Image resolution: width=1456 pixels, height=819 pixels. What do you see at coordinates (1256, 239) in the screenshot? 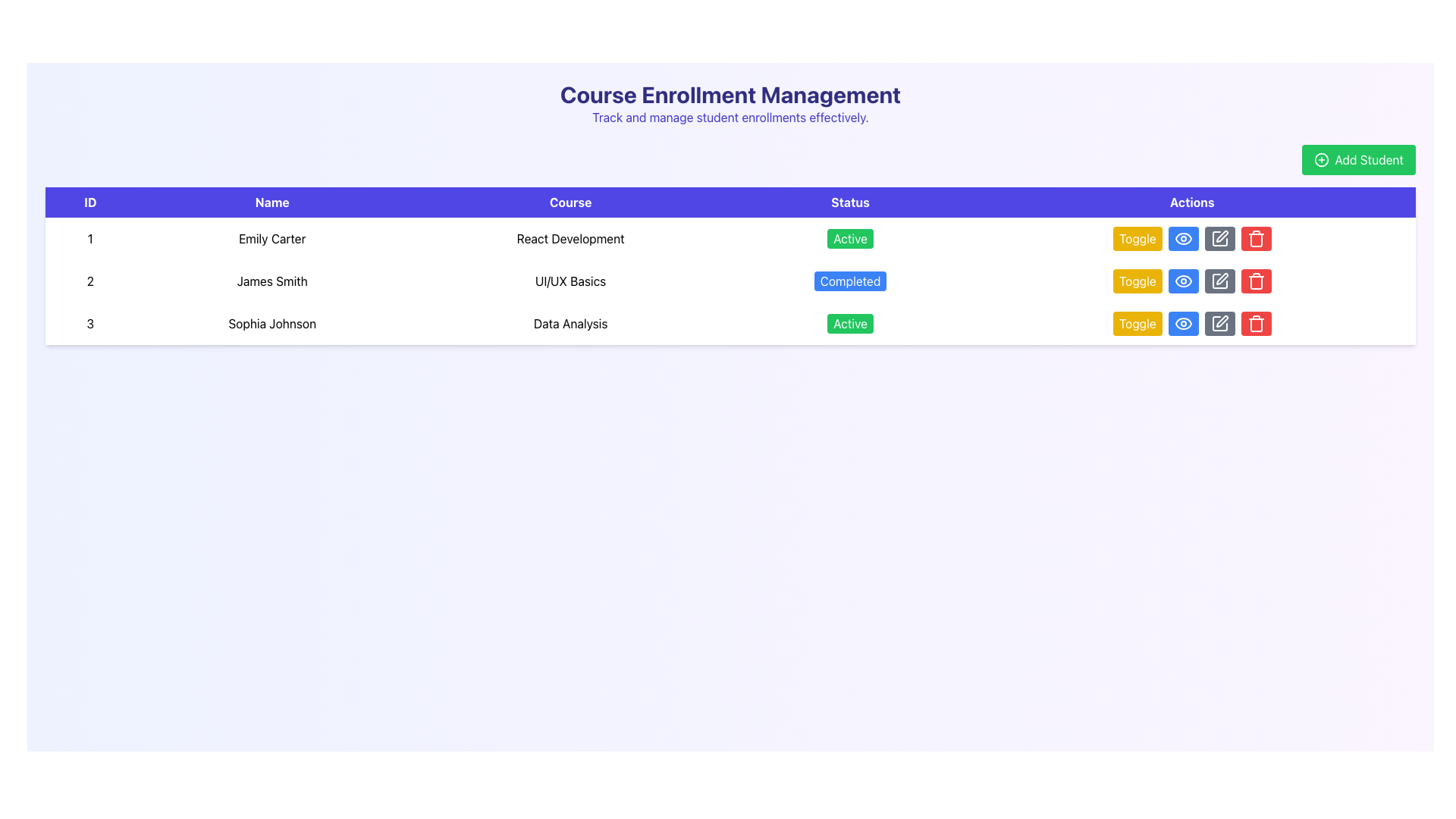
I see `the delete button in the 'Actions' column of the table for the entry 'Sophia Johnson'` at bounding box center [1256, 239].